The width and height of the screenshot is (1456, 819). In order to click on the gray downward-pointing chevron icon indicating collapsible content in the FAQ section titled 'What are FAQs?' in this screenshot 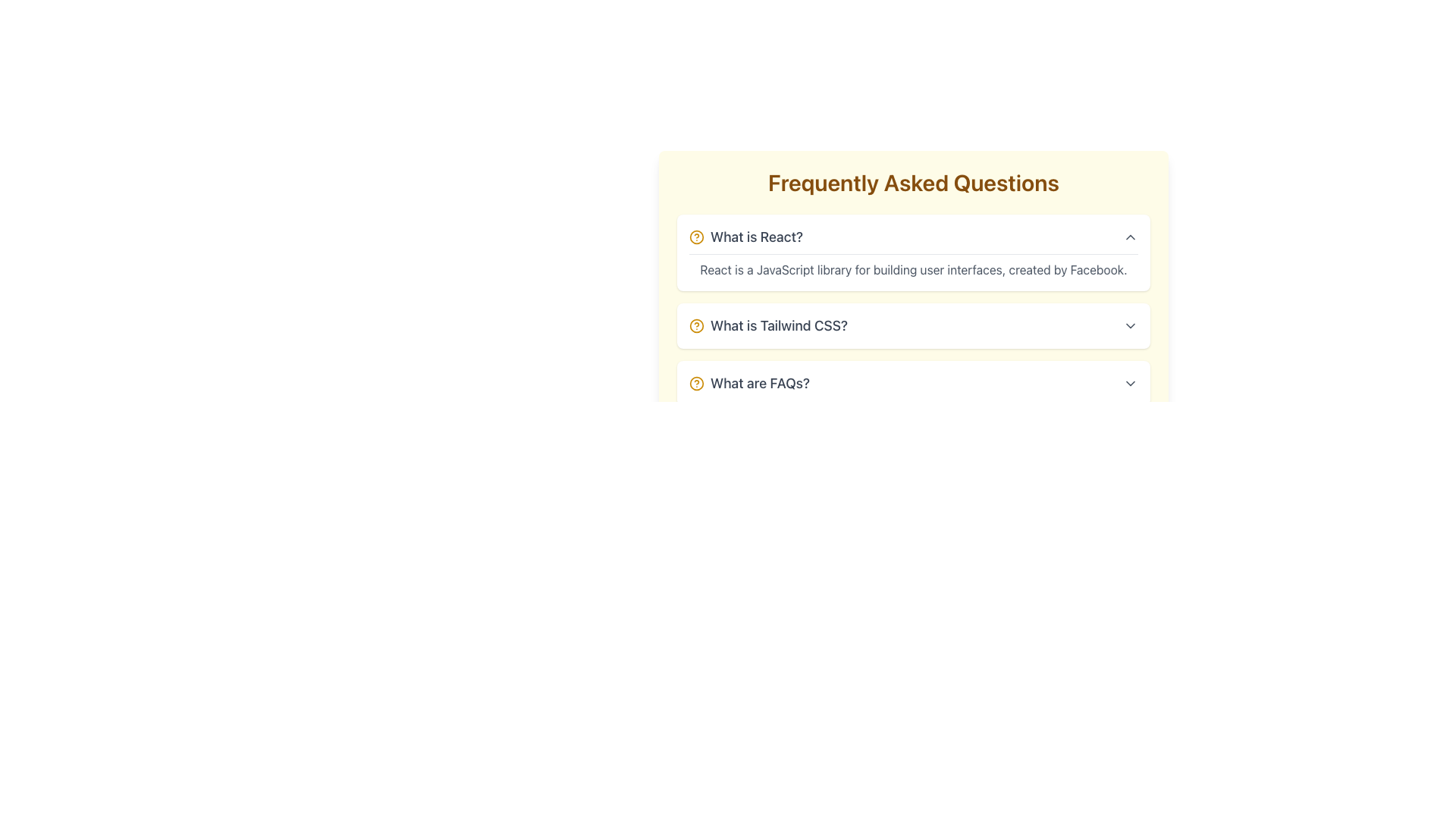, I will do `click(1131, 382)`.